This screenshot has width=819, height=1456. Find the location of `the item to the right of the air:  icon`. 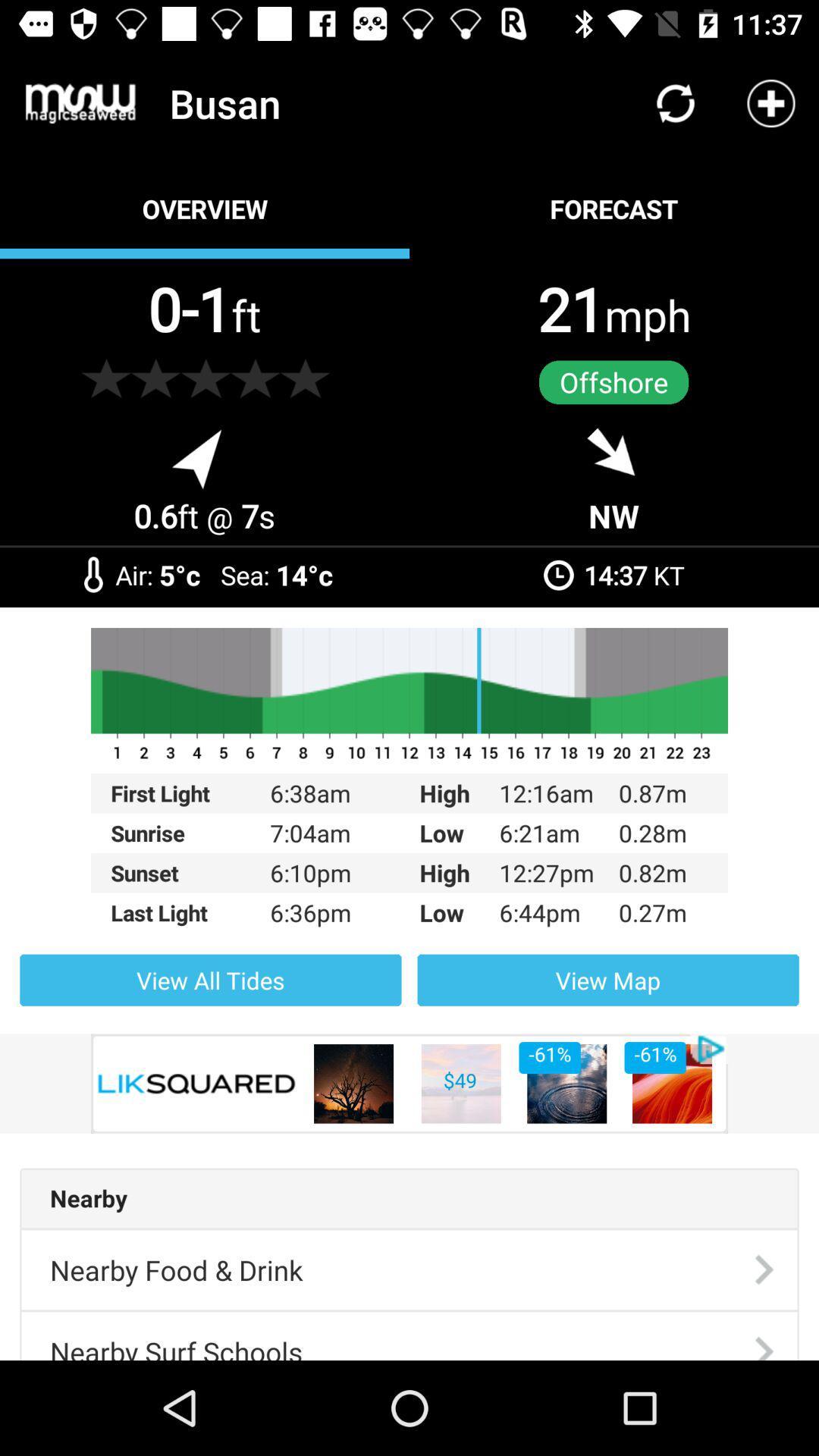

the item to the right of the air:  icon is located at coordinates (179, 574).